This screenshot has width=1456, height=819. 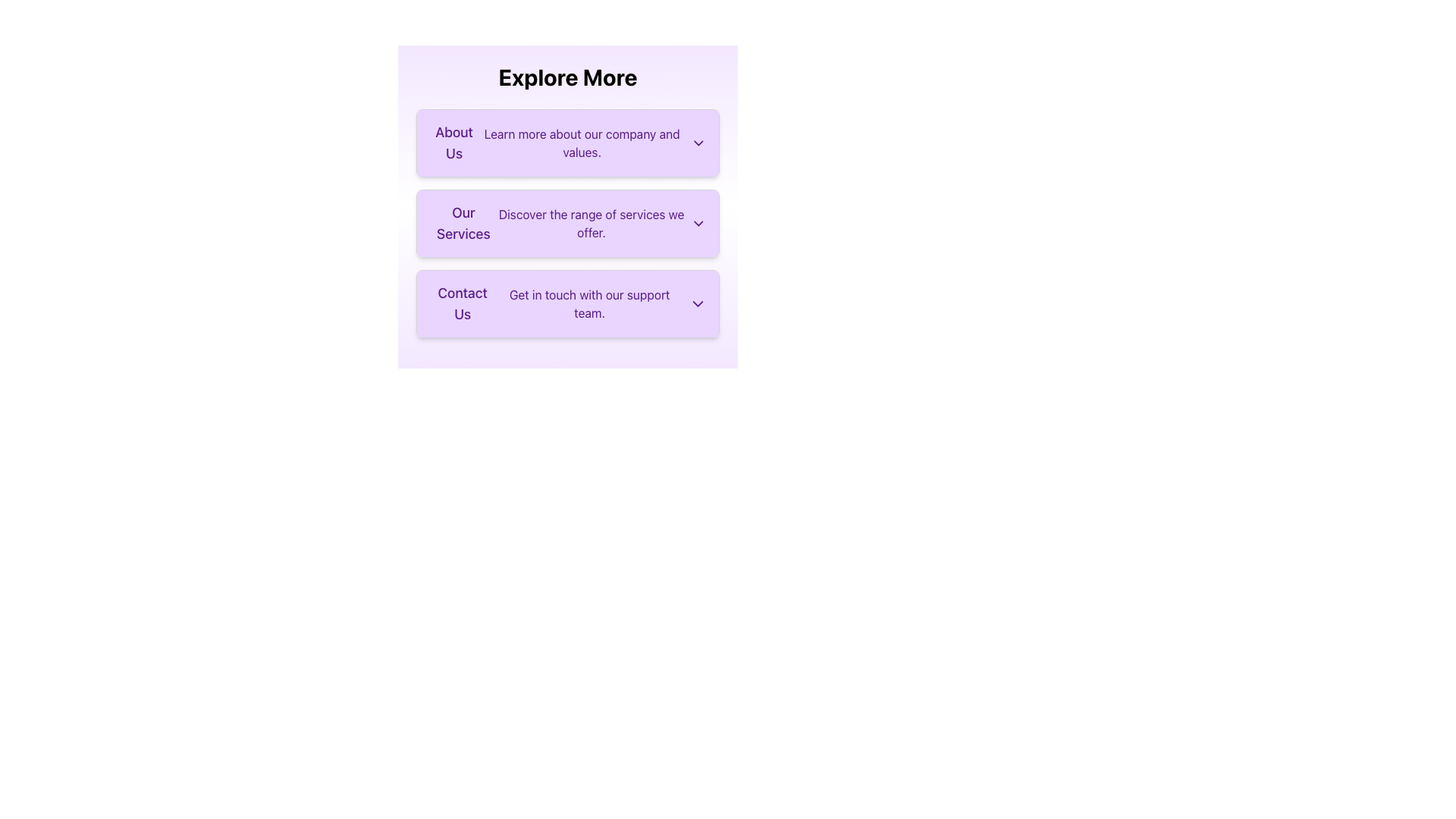 What do you see at coordinates (566, 143) in the screenshot?
I see `displayed text from the 'About Us' Interactive List Item, which features a light purple background, bold title, and a chevron icon indicating expandable content` at bounding box center [566, 143].